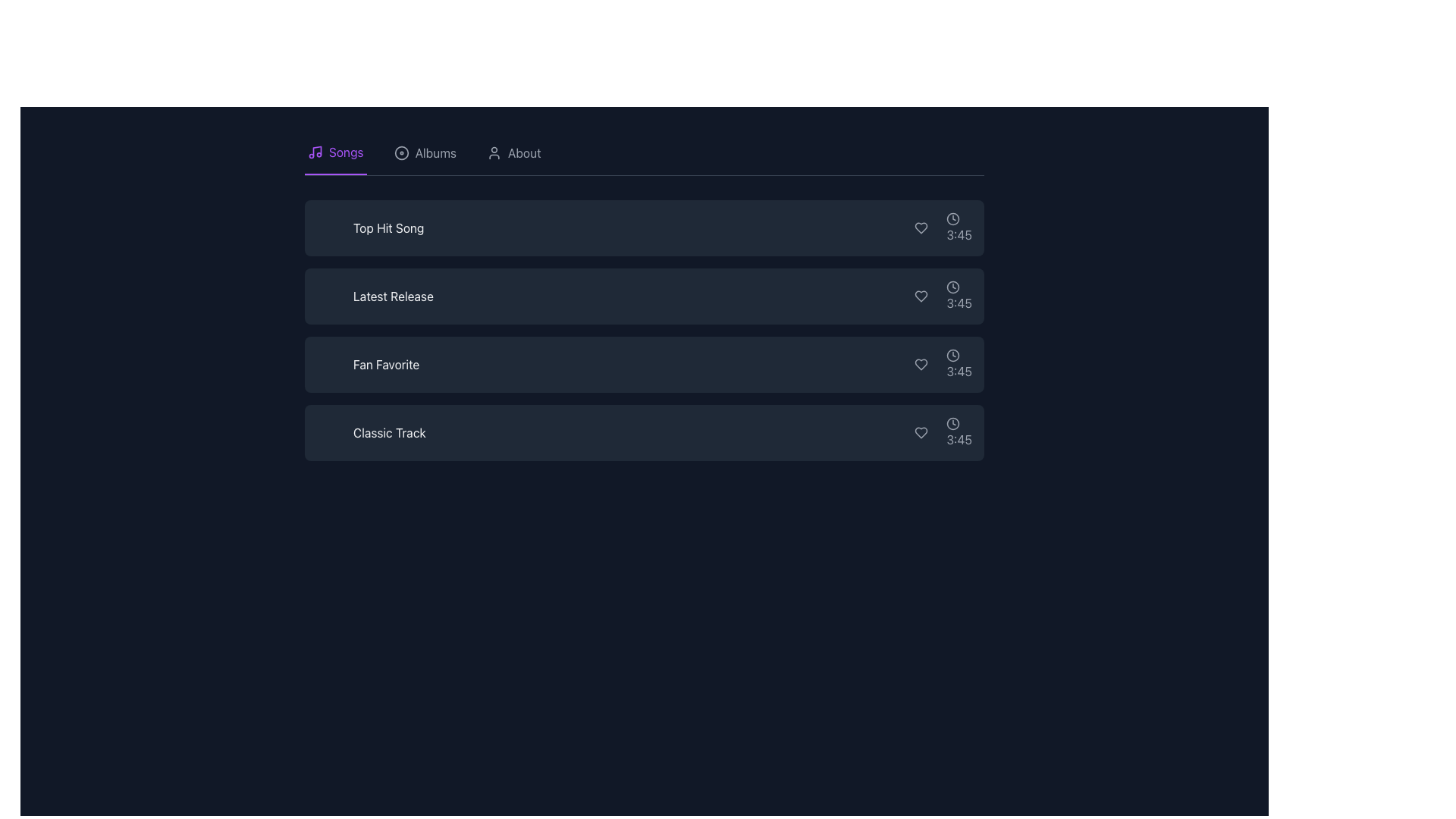 The width and height of the screenshot is (1456, 819). Describe the element at coordinates (644, 432) in the screenshot. I see `the fourth card item in the song list` at that location.